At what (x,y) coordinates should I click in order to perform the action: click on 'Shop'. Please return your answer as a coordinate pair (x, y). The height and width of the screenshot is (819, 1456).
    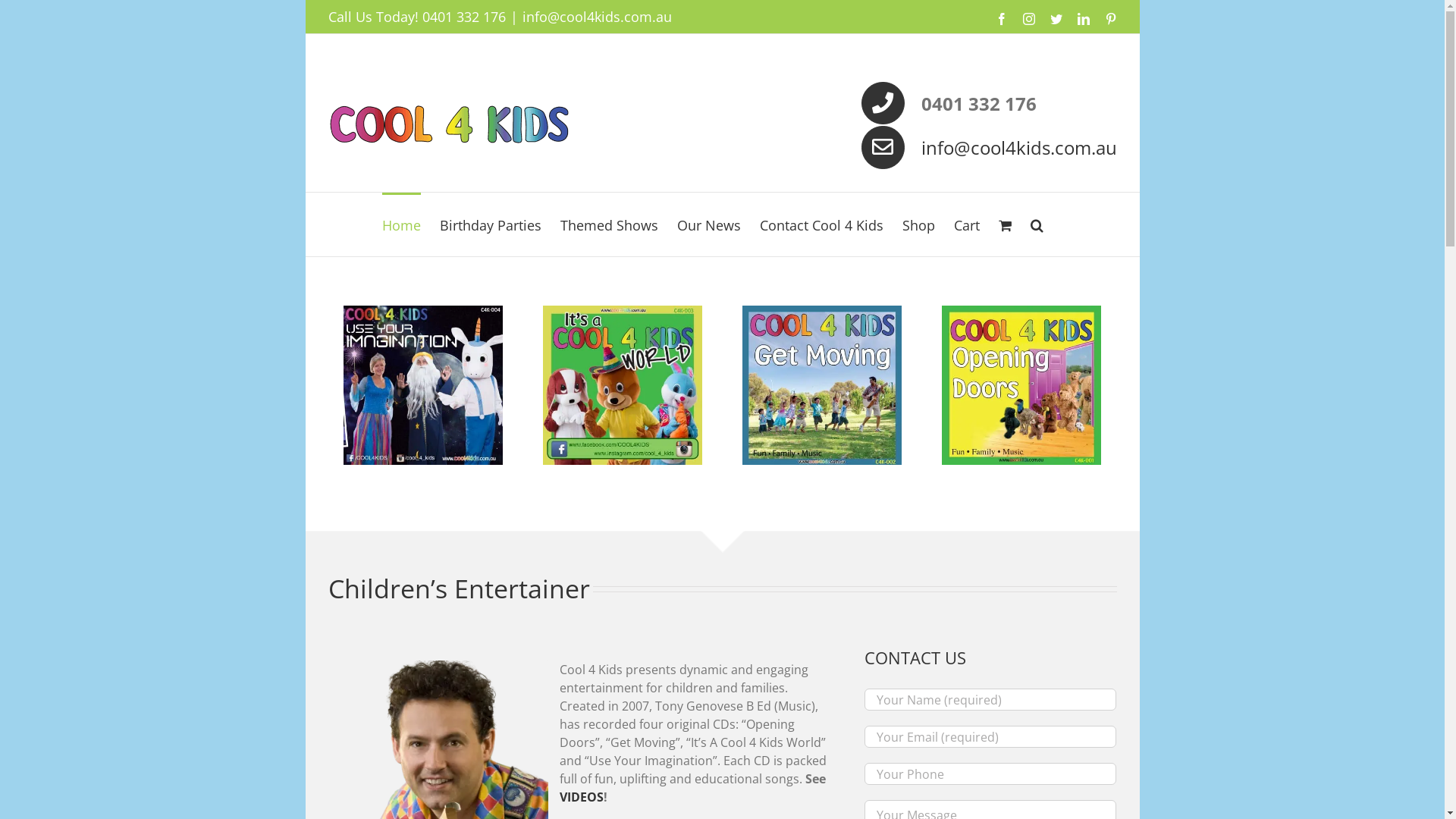
    Looking at the image, I should click on (918, 224).